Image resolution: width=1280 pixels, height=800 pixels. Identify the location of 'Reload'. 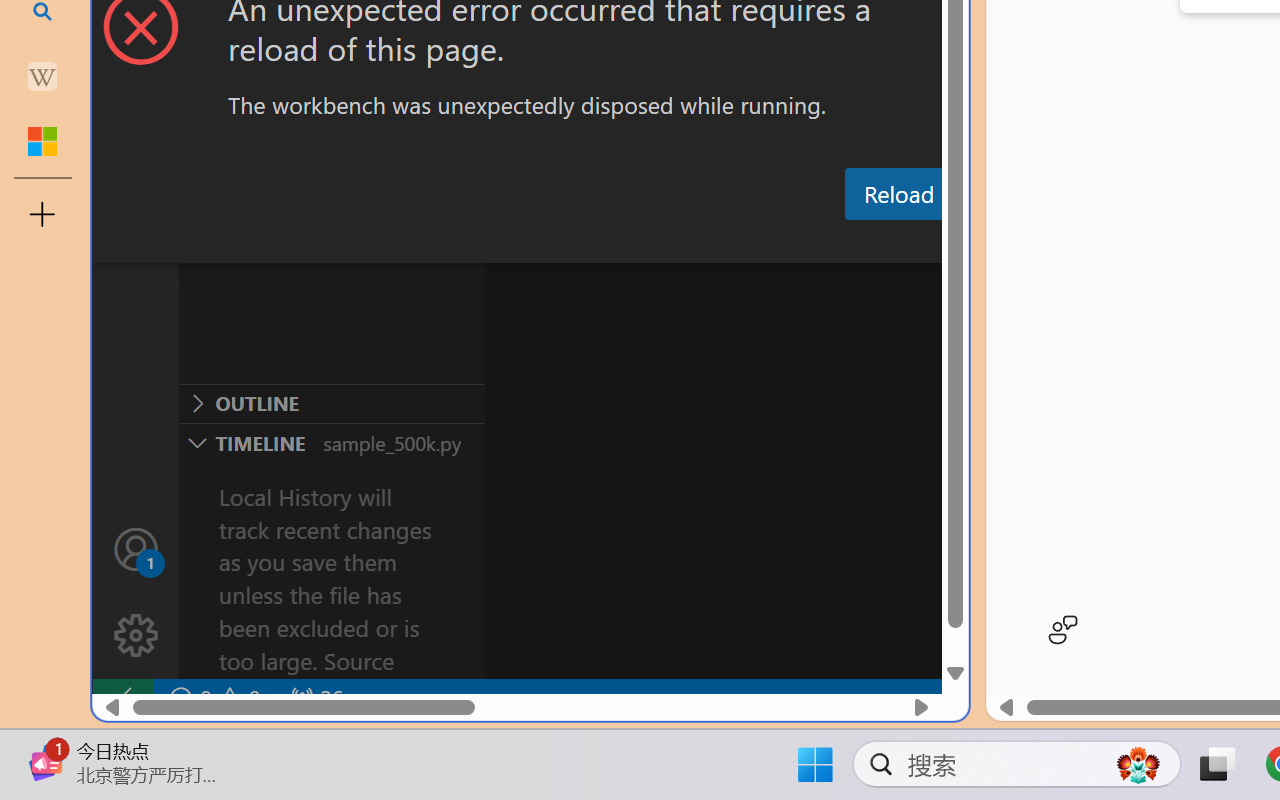
(897, 192).